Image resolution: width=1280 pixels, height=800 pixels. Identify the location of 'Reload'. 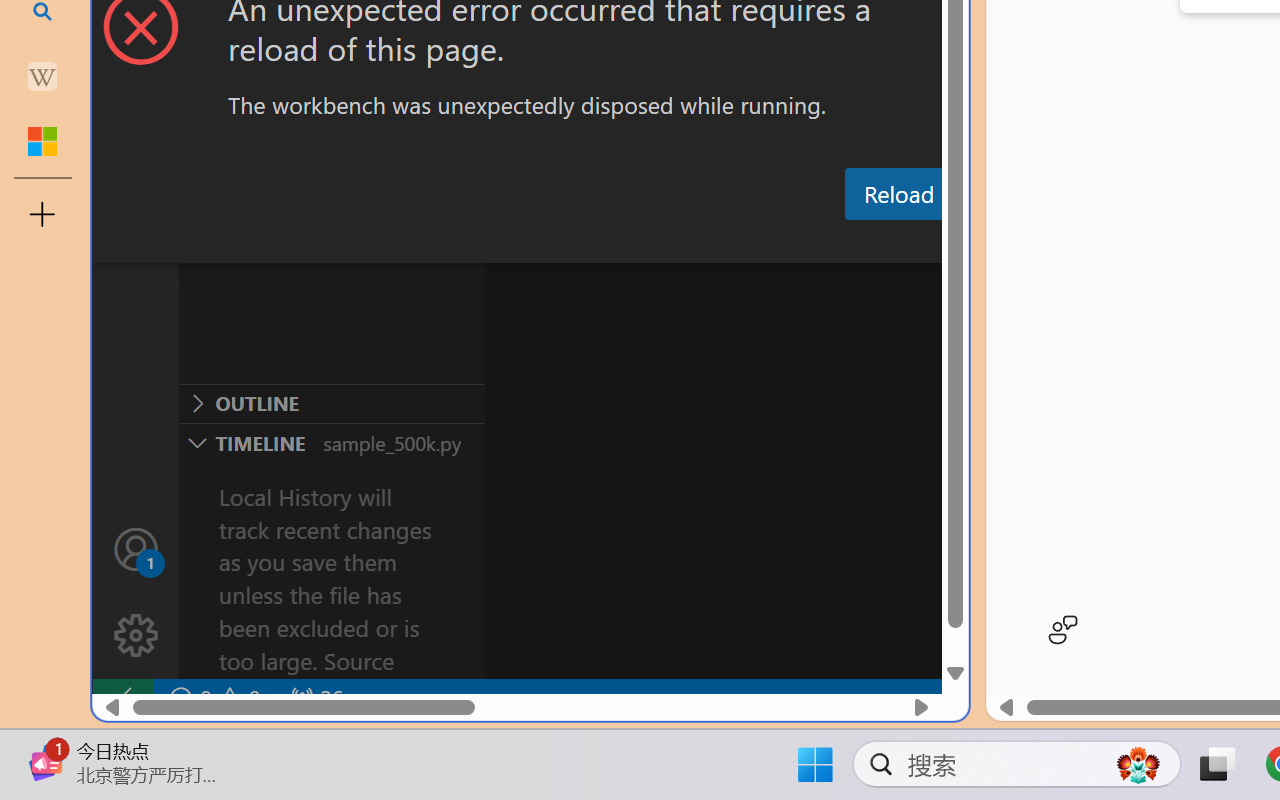
(897, 192).